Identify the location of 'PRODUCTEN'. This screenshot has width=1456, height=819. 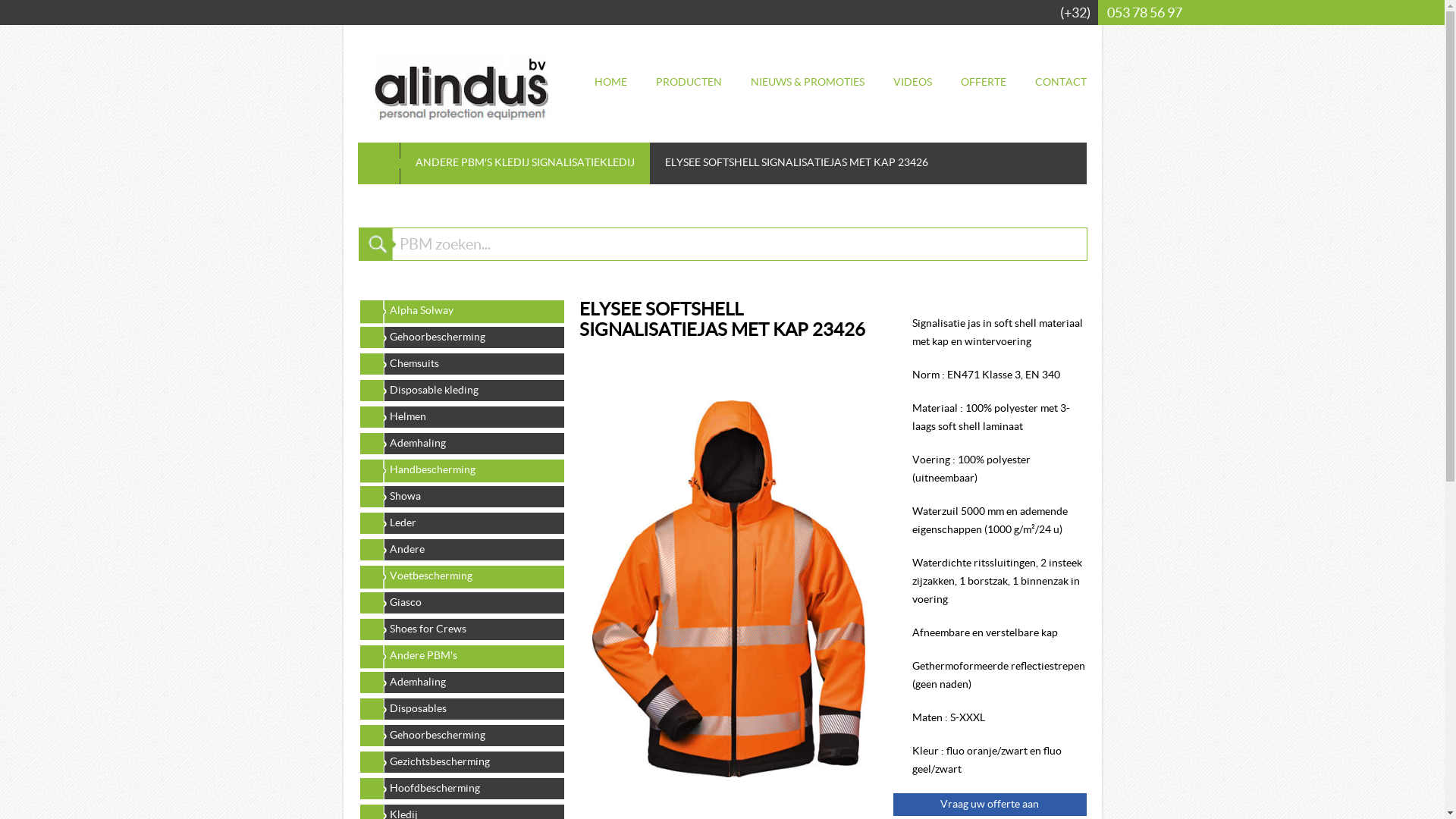
(687, 82).